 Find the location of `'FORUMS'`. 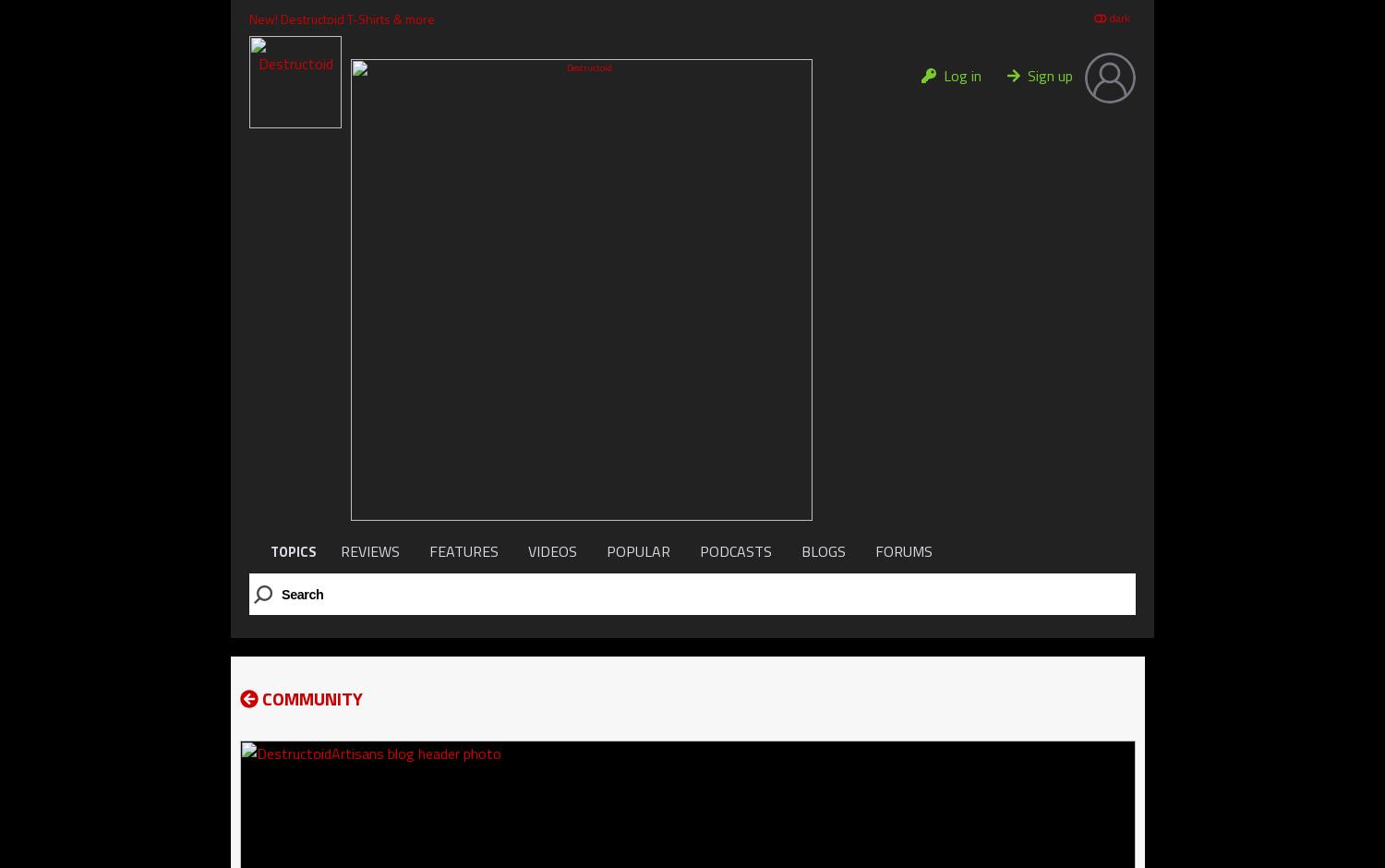

'FORUMS' is located at coordinates (903, 549).